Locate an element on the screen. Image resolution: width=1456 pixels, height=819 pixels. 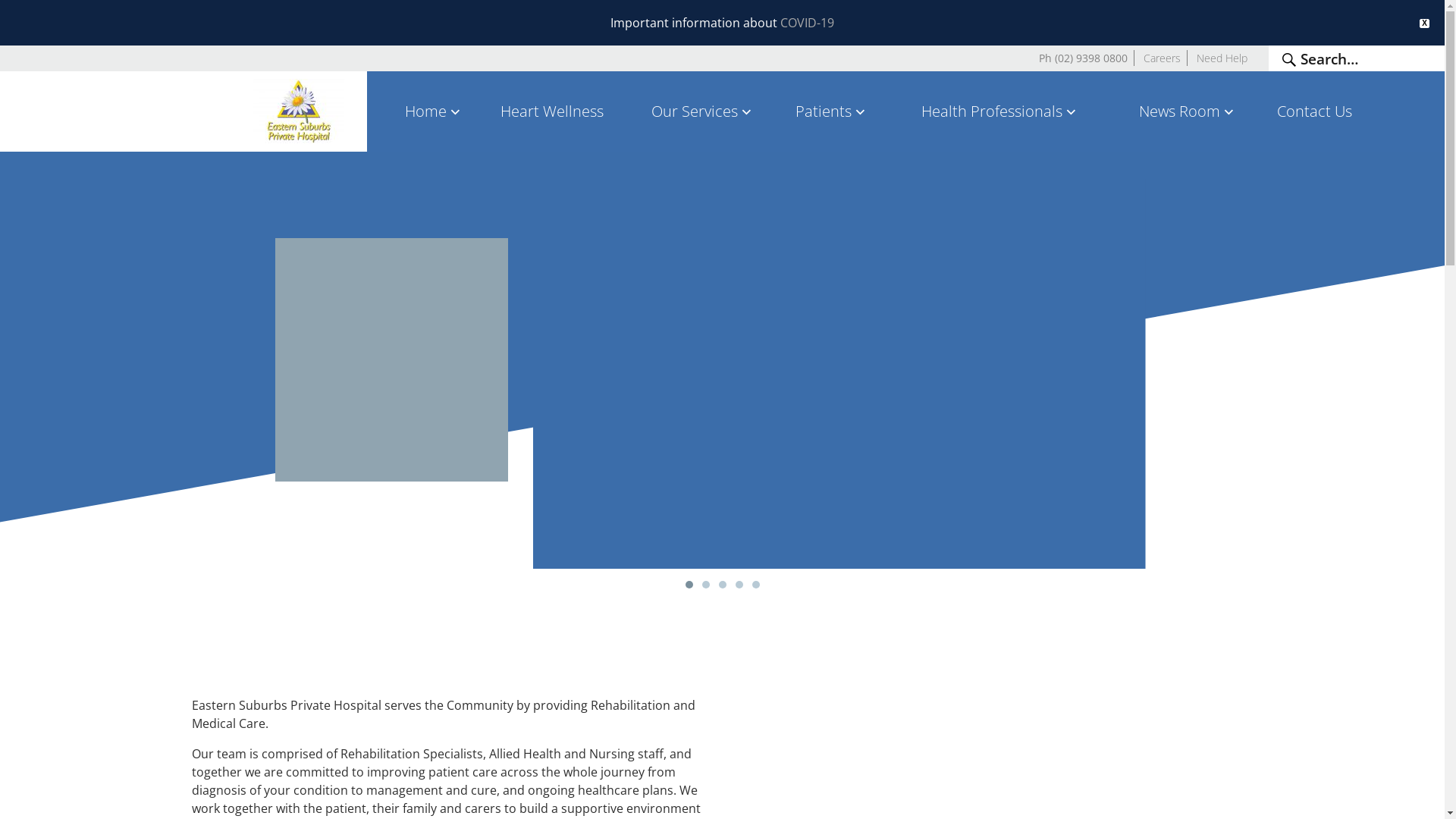
'Contact Us' is located at coordinates (1313, 110).